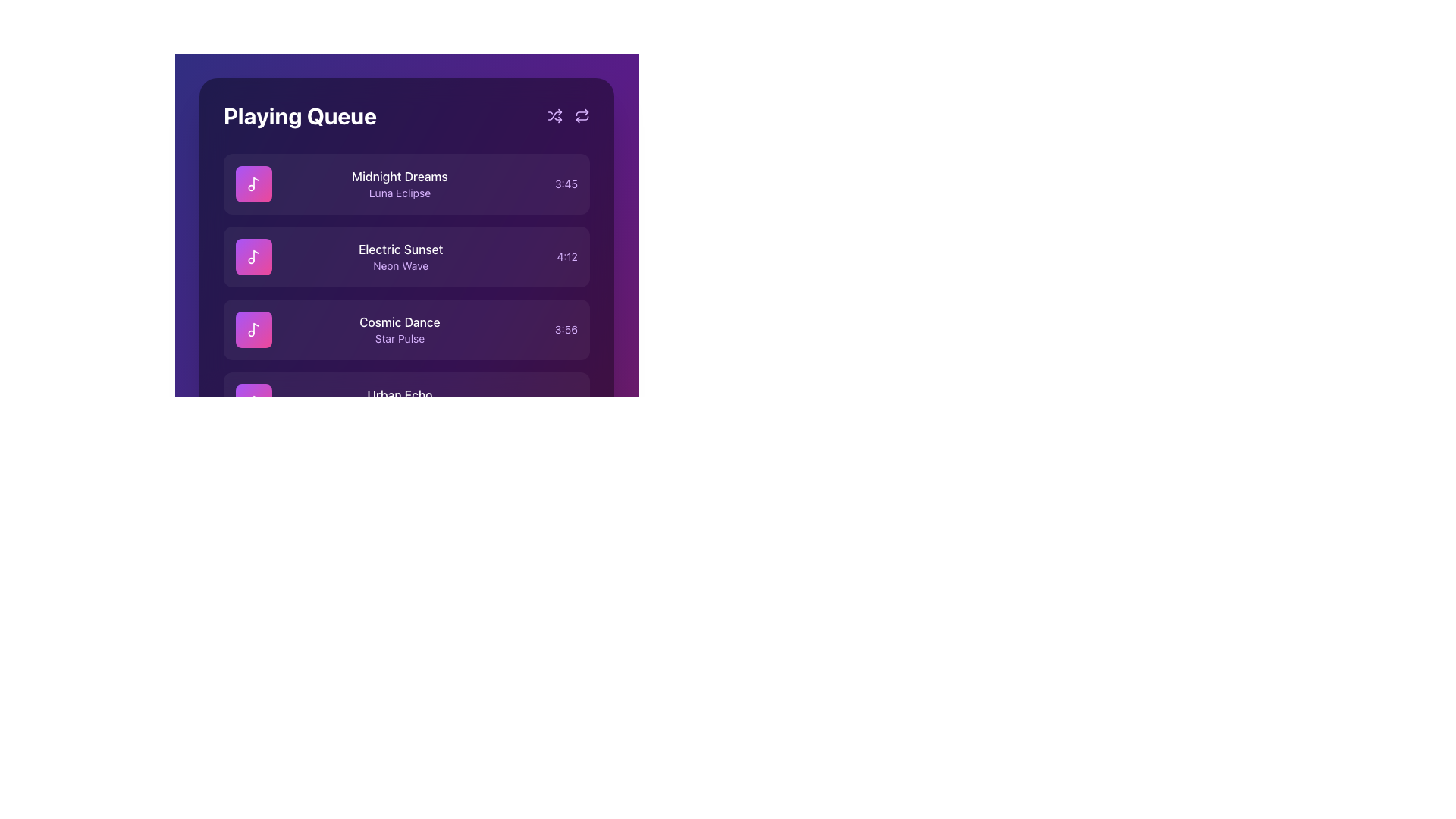 Image resolution: width=1456 pixels, height=819 pixels. What do you see at coordinates (565, 329) in the screenshot?
I see `the label indicating the duration of the associated item in the 'Playing Queue' interface, which is the third element in a horizontal layout group positioned to the far right` at bounding box center [565, 329].